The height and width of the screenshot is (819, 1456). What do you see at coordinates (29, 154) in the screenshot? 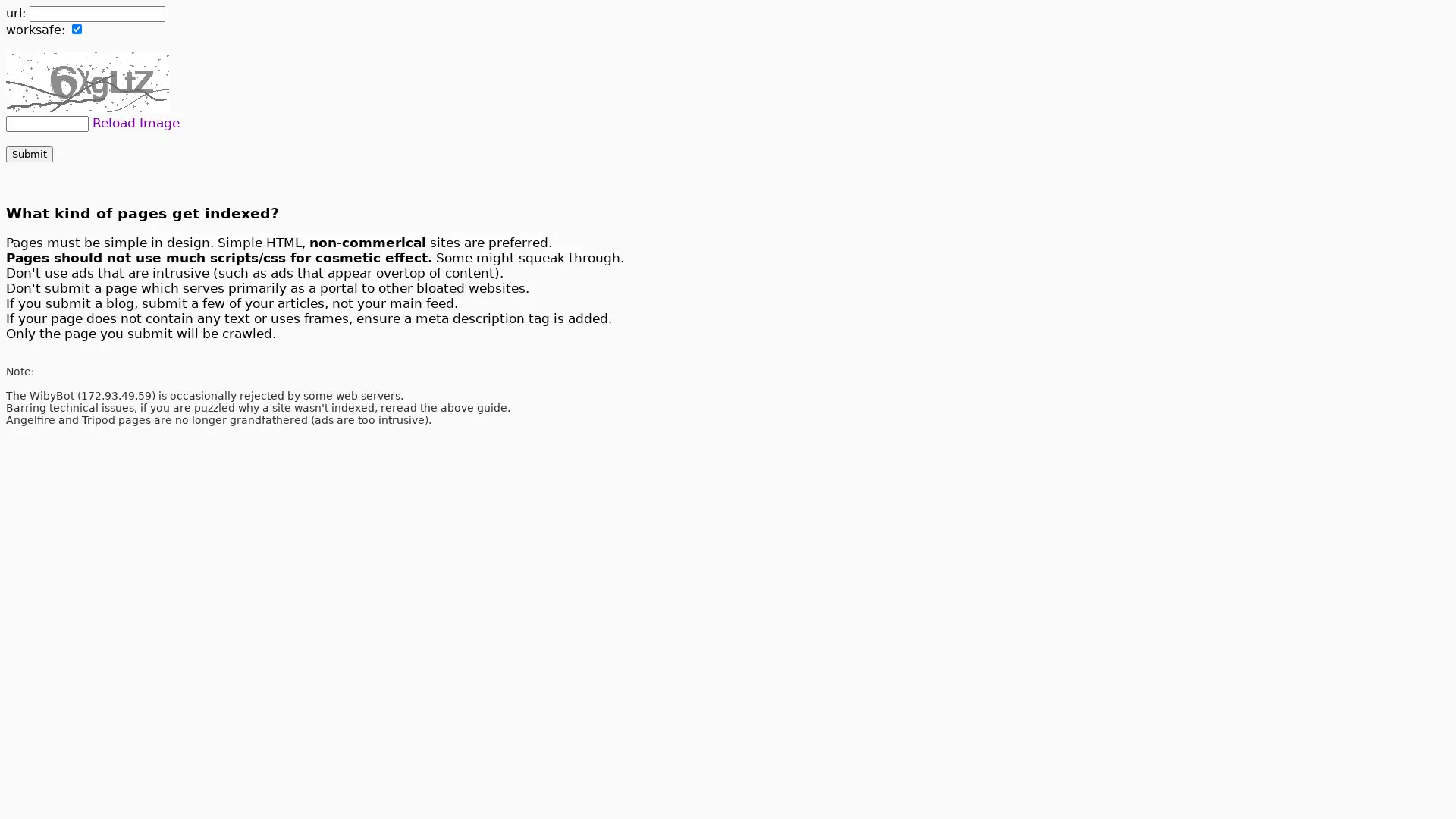
I see `Submit` at bounding box center [29, 154].